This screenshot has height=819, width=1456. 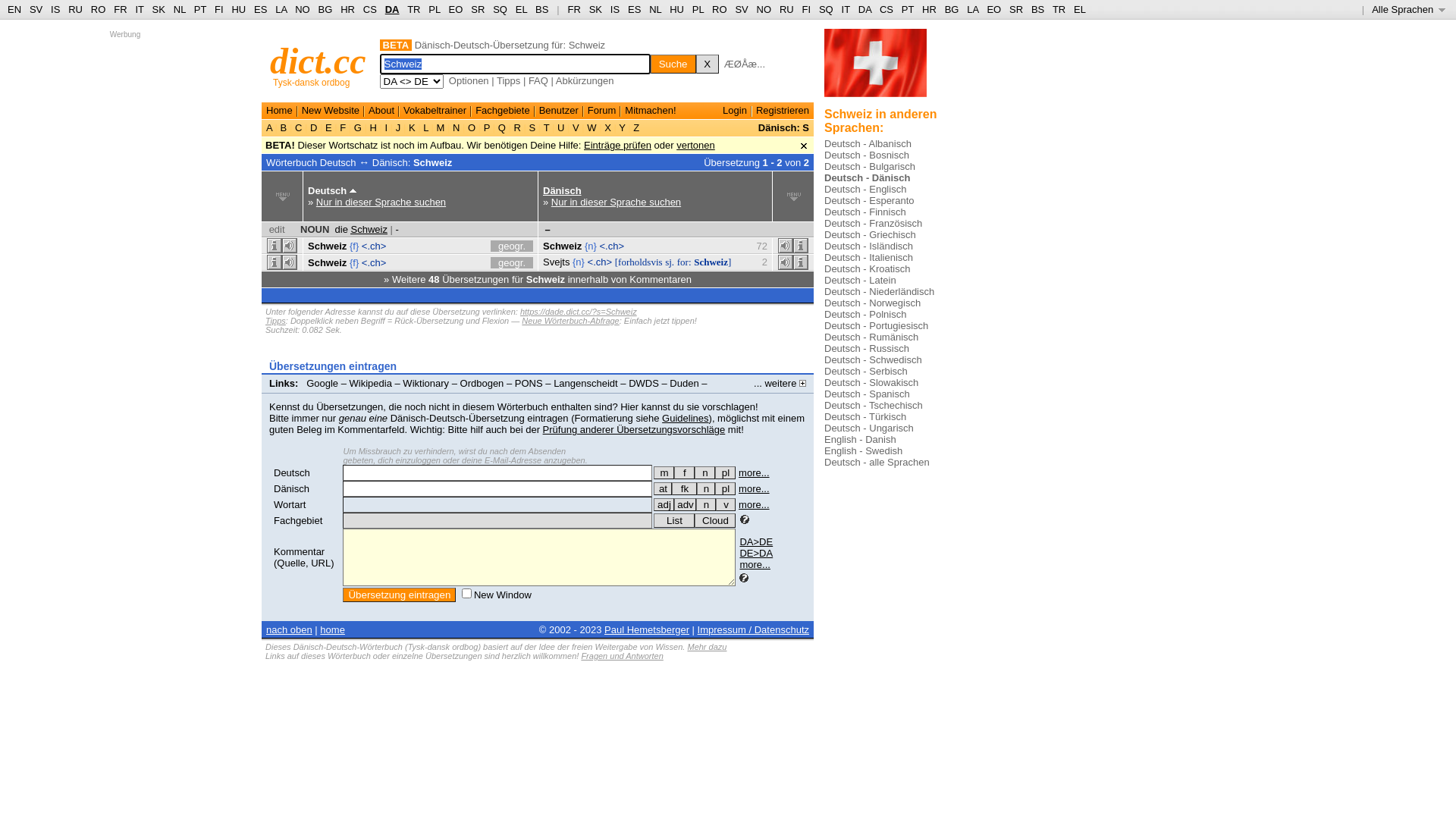 I want to click on 'die Schweiz', so click(x=360, y=229).